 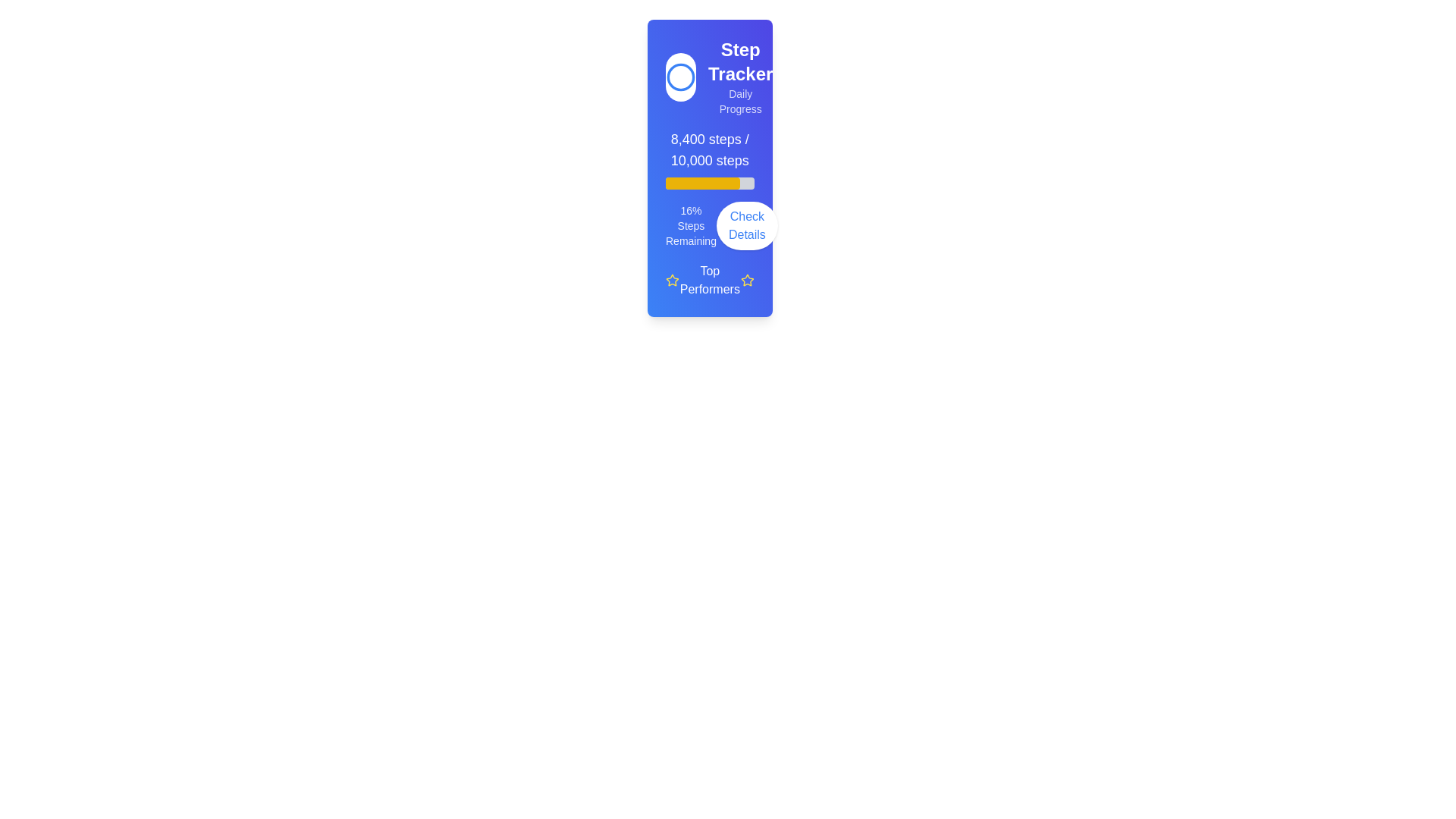 What do you see at coordinates (701, 183) in the screenshot?
I see `the progress bar, which is located horizontally below the step count text and above the 'Check Details' button` at bounding box center [701, 183].